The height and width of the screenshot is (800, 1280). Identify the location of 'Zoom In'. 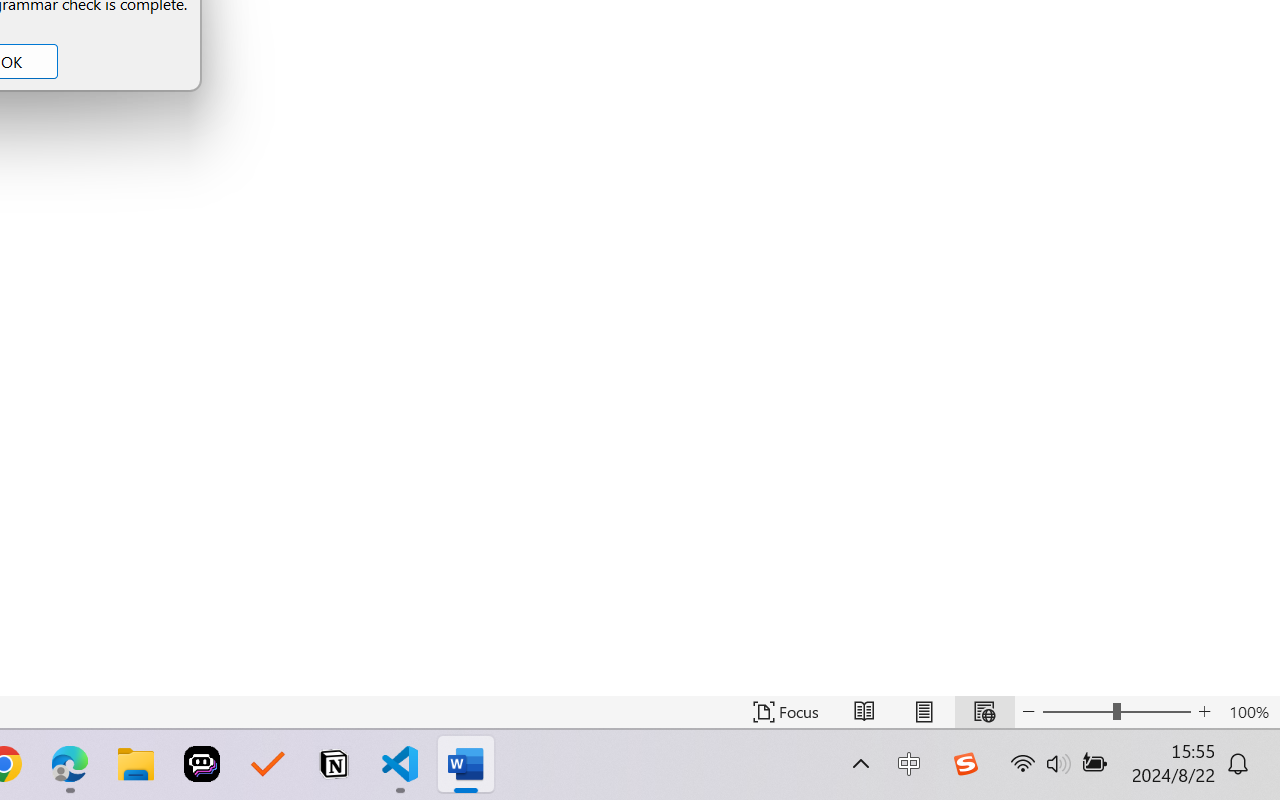
(1204, 711).